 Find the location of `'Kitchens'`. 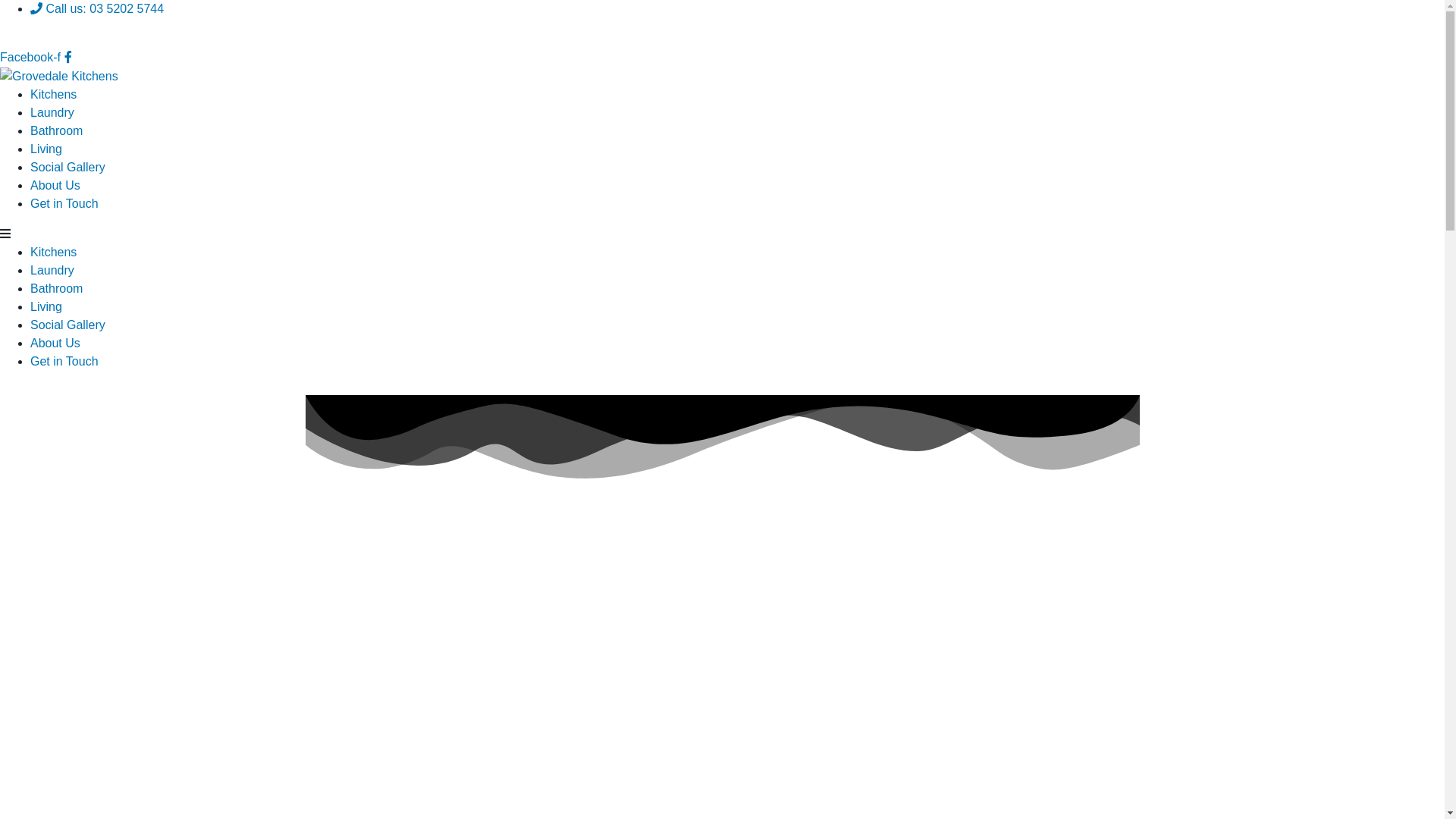

'Kitchens' is located at coordinates (30, 251).